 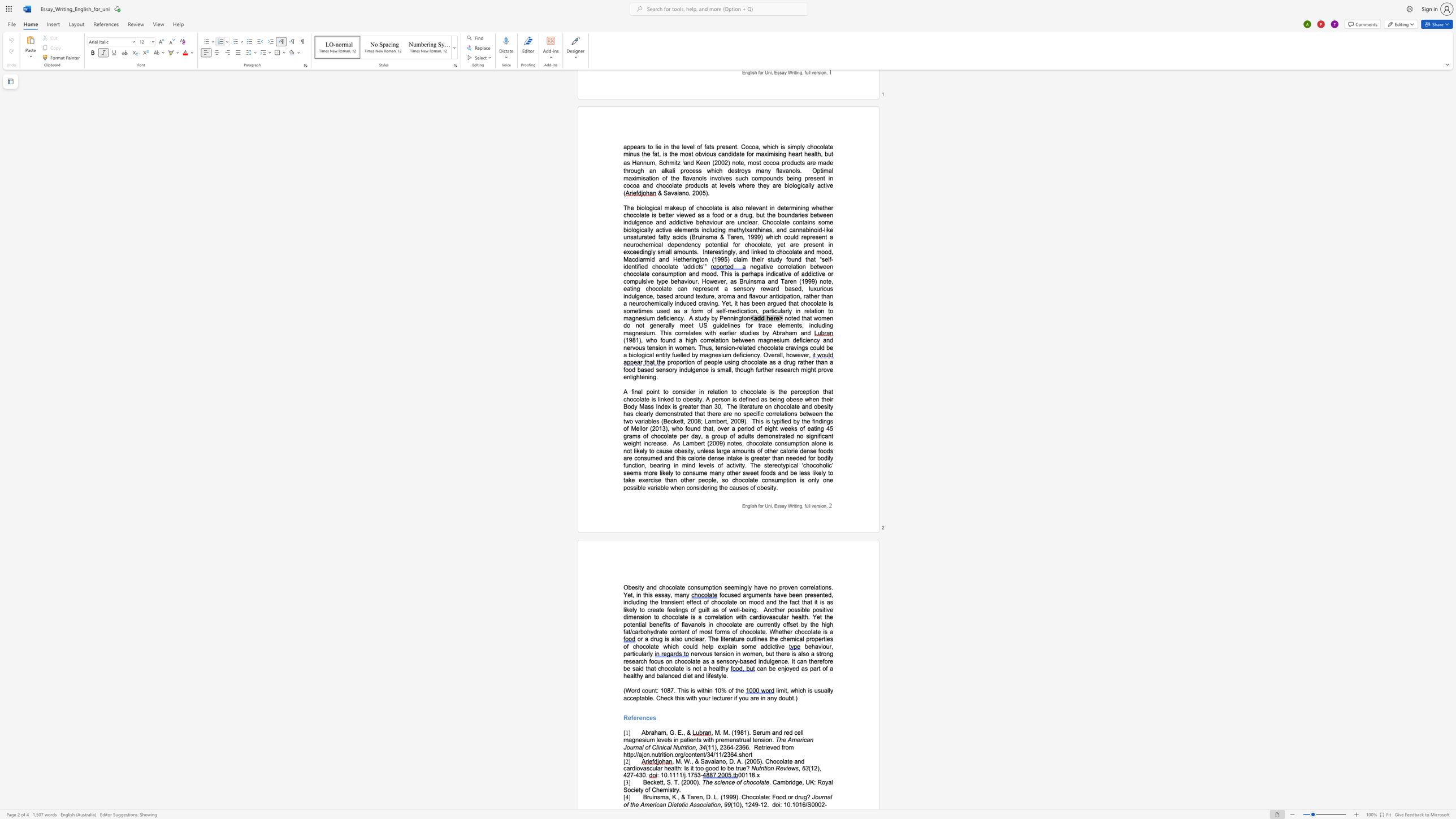 What do you see at coordinates (680, 754) in the screenshot?
I see `the space between the continuous character "r" and "g" in the text` at bounding box center [680, 754].